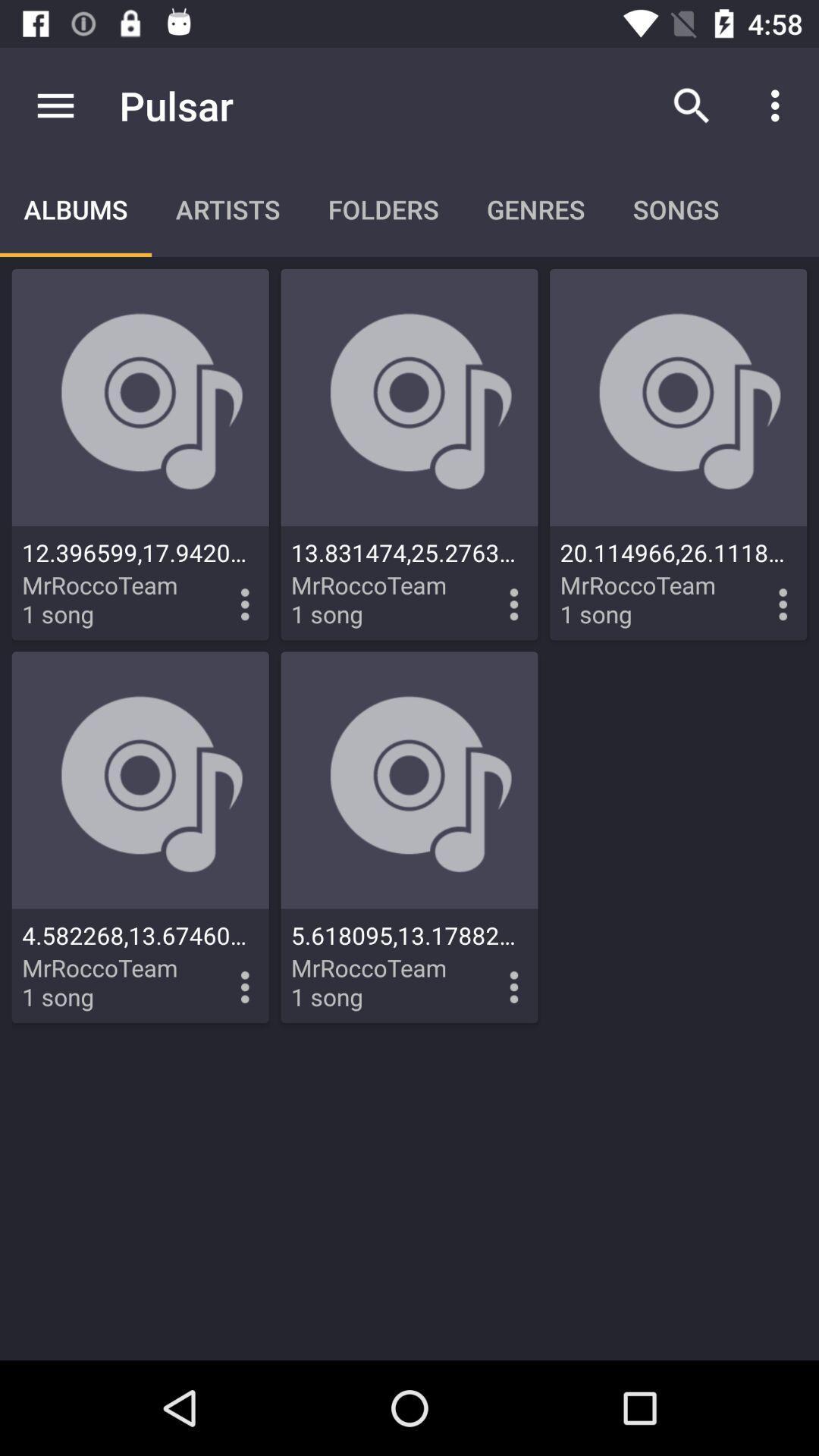  I want to click on icon to the right of pulsar item, so click(691, 105).